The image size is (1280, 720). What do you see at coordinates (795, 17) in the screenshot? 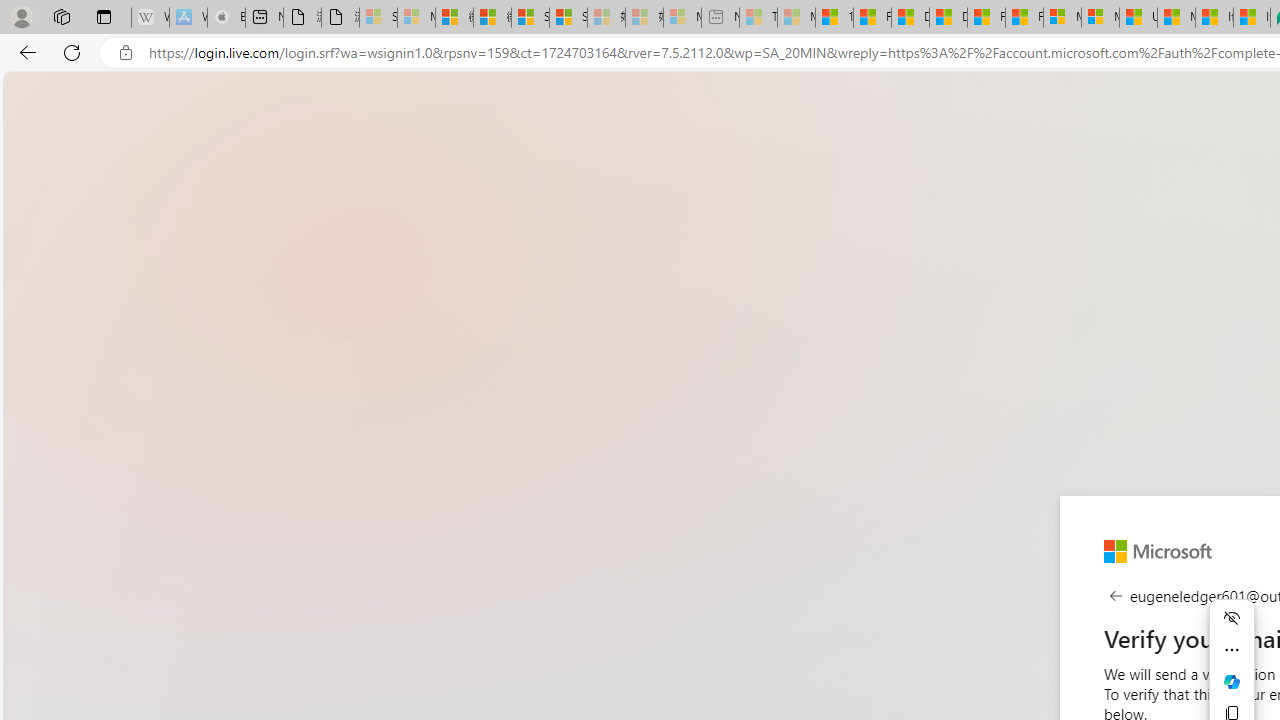
I see `'Marine life - MSN - Sleeping'` at bounding box center [795, 17].